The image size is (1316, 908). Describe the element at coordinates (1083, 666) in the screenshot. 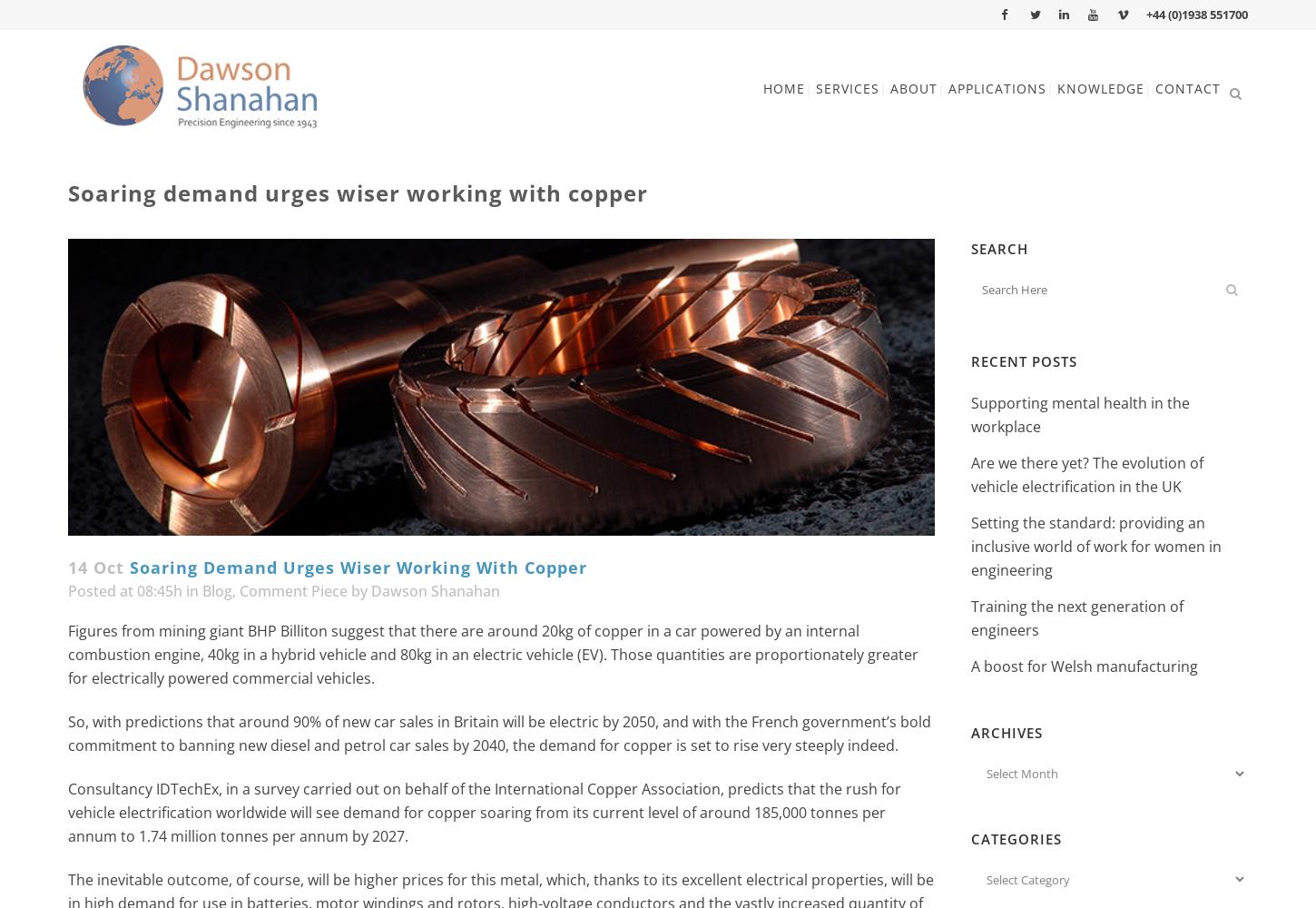

I see `'A boost for Welsh manufacturing'` at that location.